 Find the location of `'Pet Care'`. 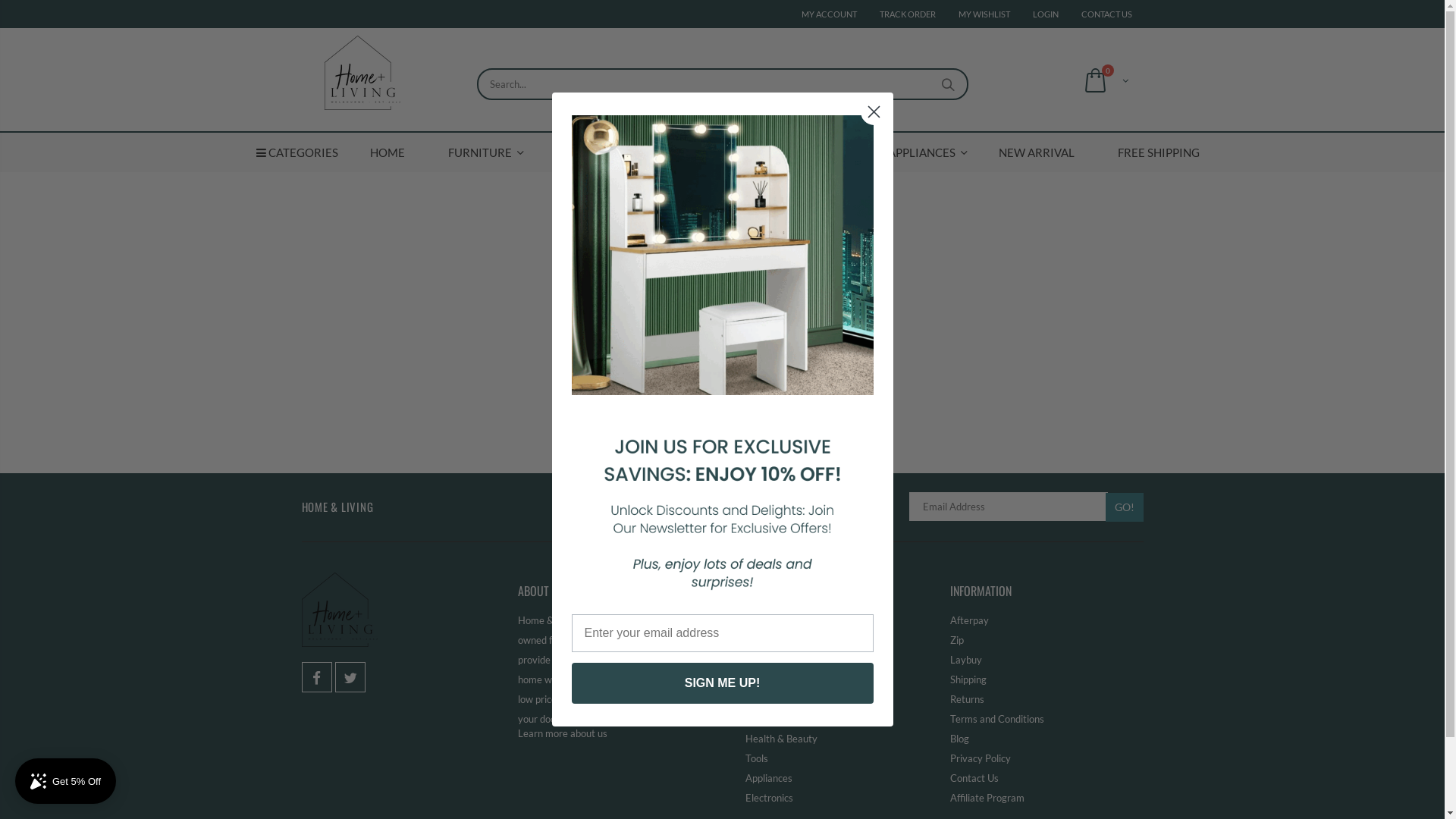

'Pet Care' is located at coordinates (764, 678).